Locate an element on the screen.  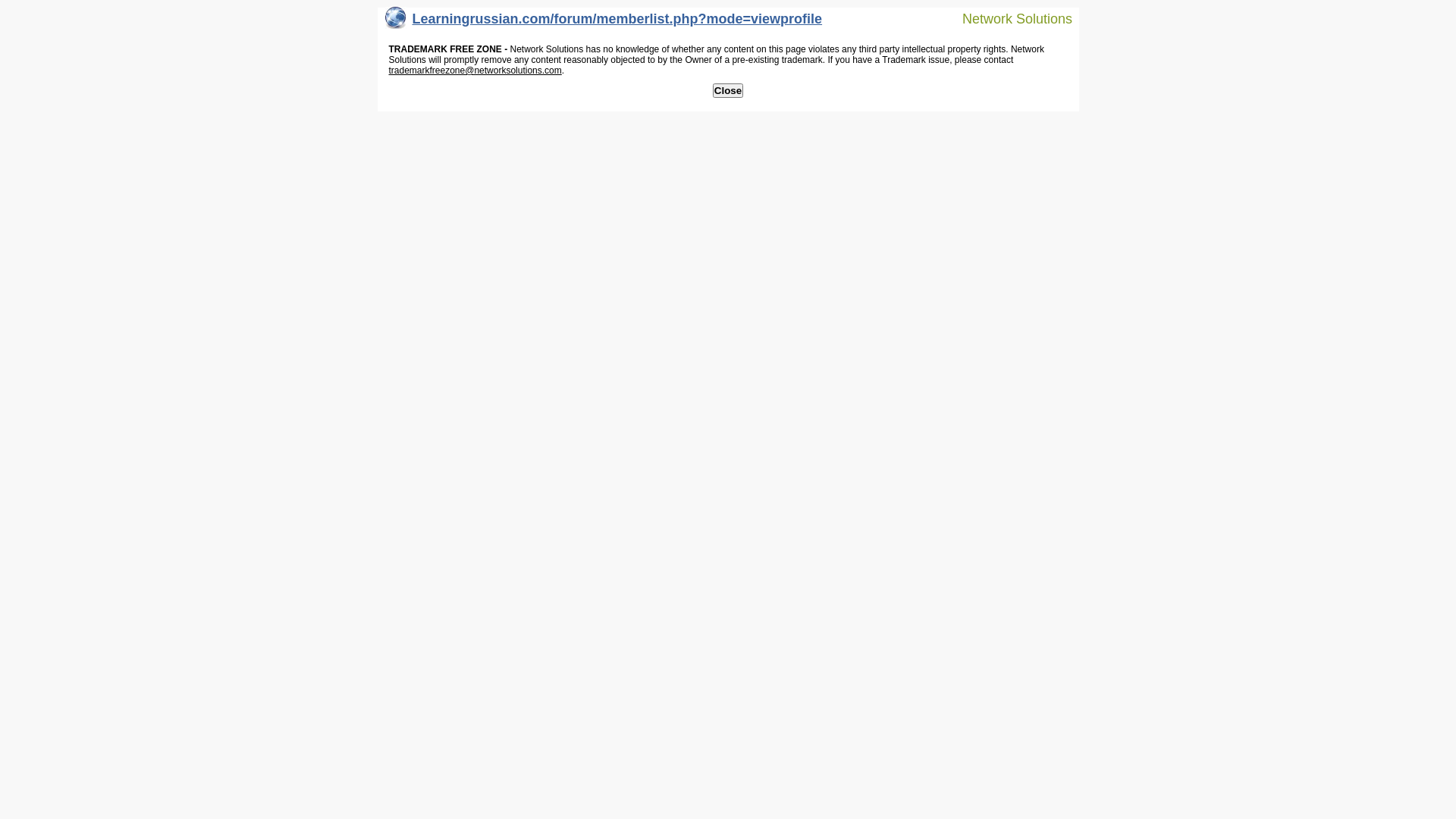
'trademarkfreezone@networksolutions.com' is located at coordinates (473, 70).